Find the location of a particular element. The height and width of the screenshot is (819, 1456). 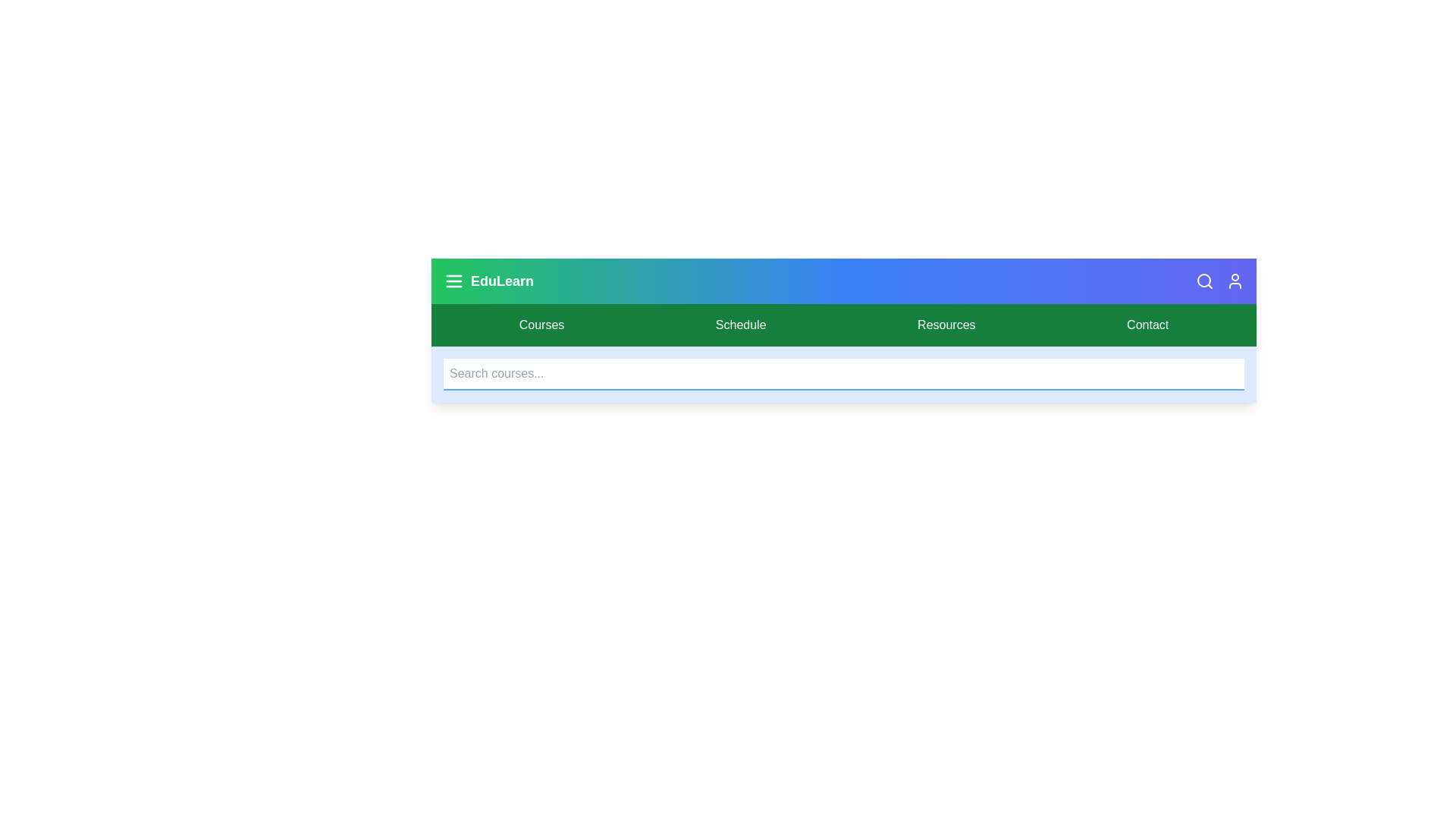

menu button to toggle the menu visibility is located at coordinates (453, 281).